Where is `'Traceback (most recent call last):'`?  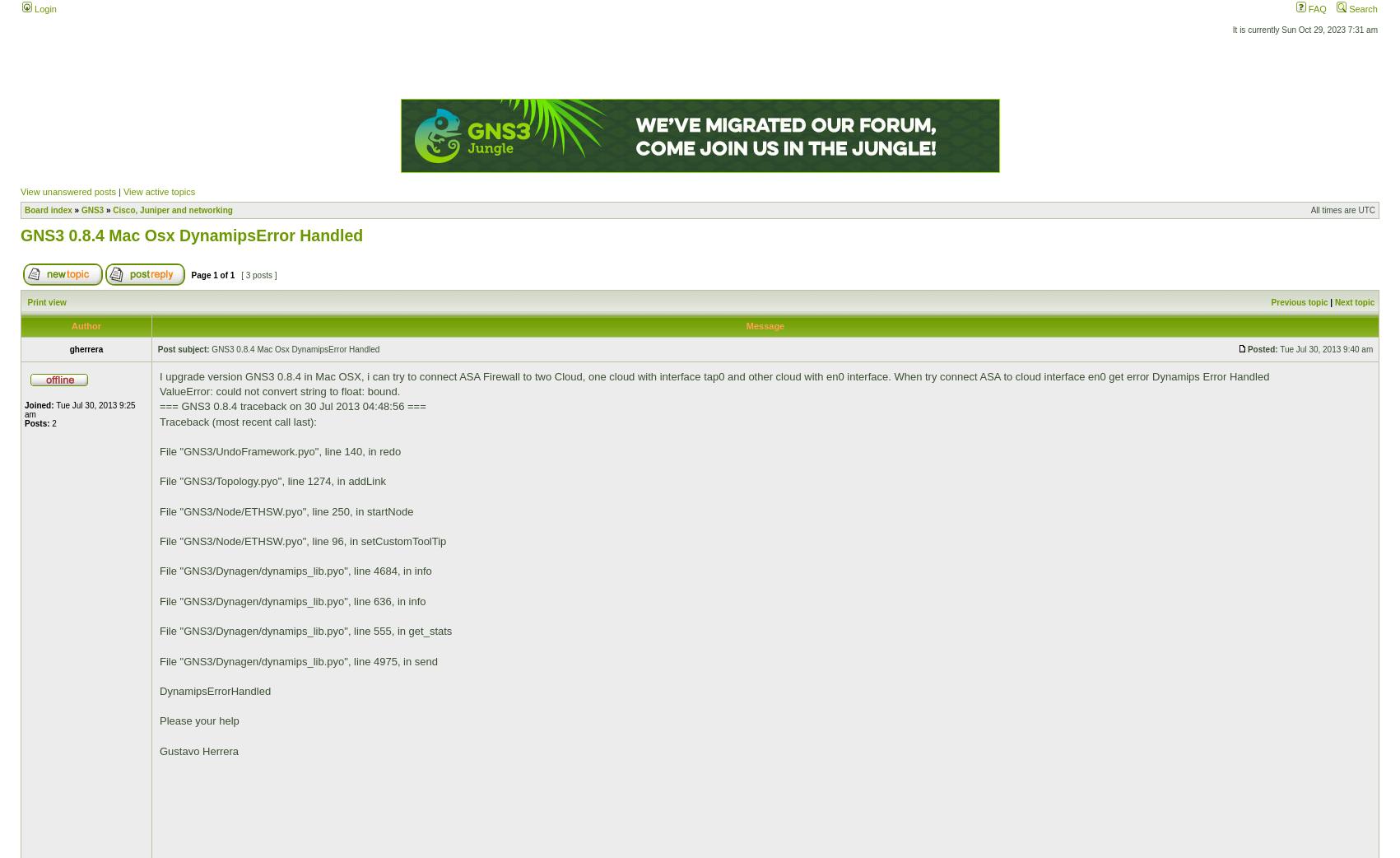 'Traceback (most recent call last):' is located at coordinates (237, 421).